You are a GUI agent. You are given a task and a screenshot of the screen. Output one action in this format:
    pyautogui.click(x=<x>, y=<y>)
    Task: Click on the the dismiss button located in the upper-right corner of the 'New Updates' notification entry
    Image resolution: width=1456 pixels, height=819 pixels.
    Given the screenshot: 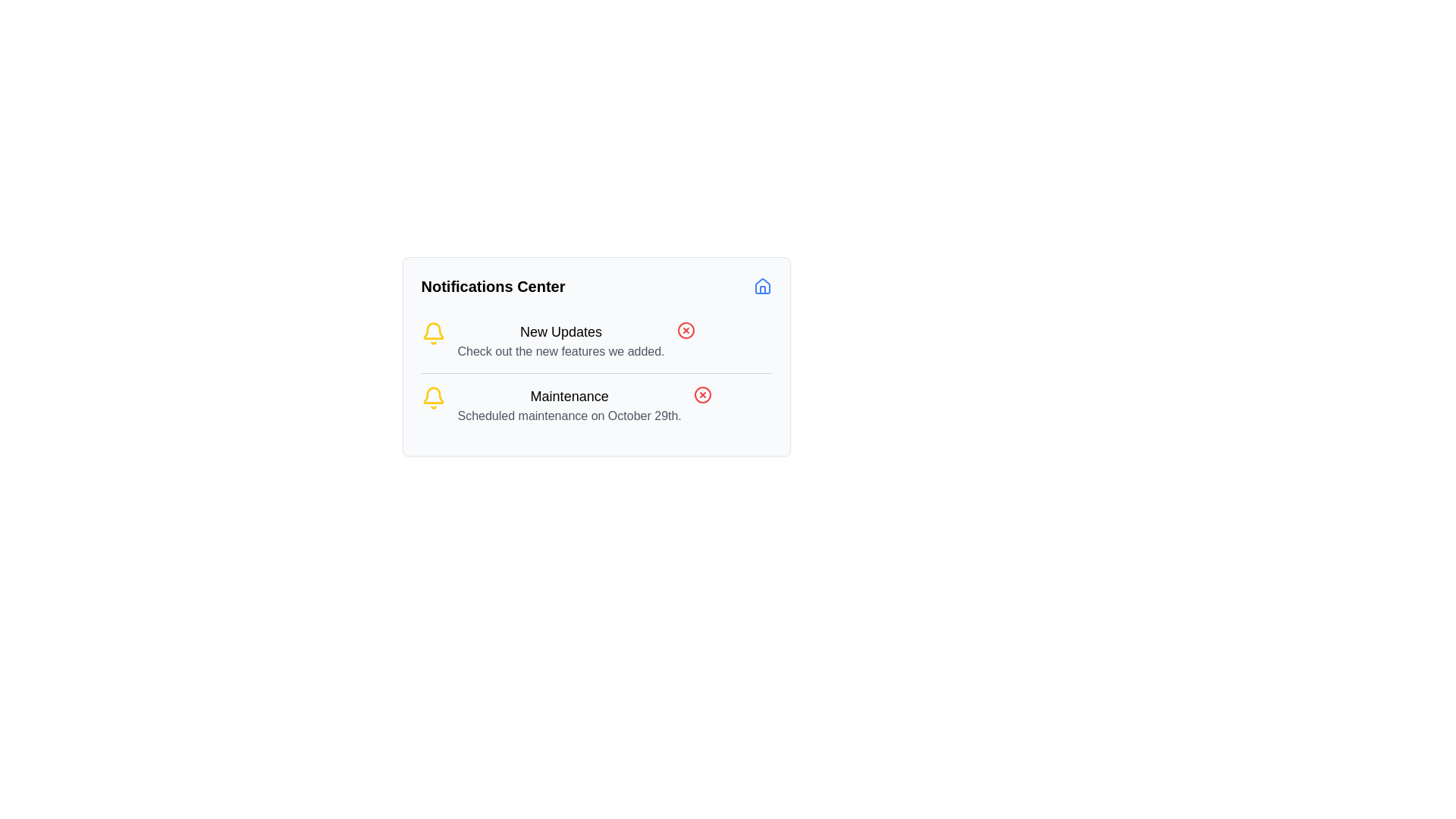 What is the action you would take?
    pyautogui.click(x=685, y=329)
    